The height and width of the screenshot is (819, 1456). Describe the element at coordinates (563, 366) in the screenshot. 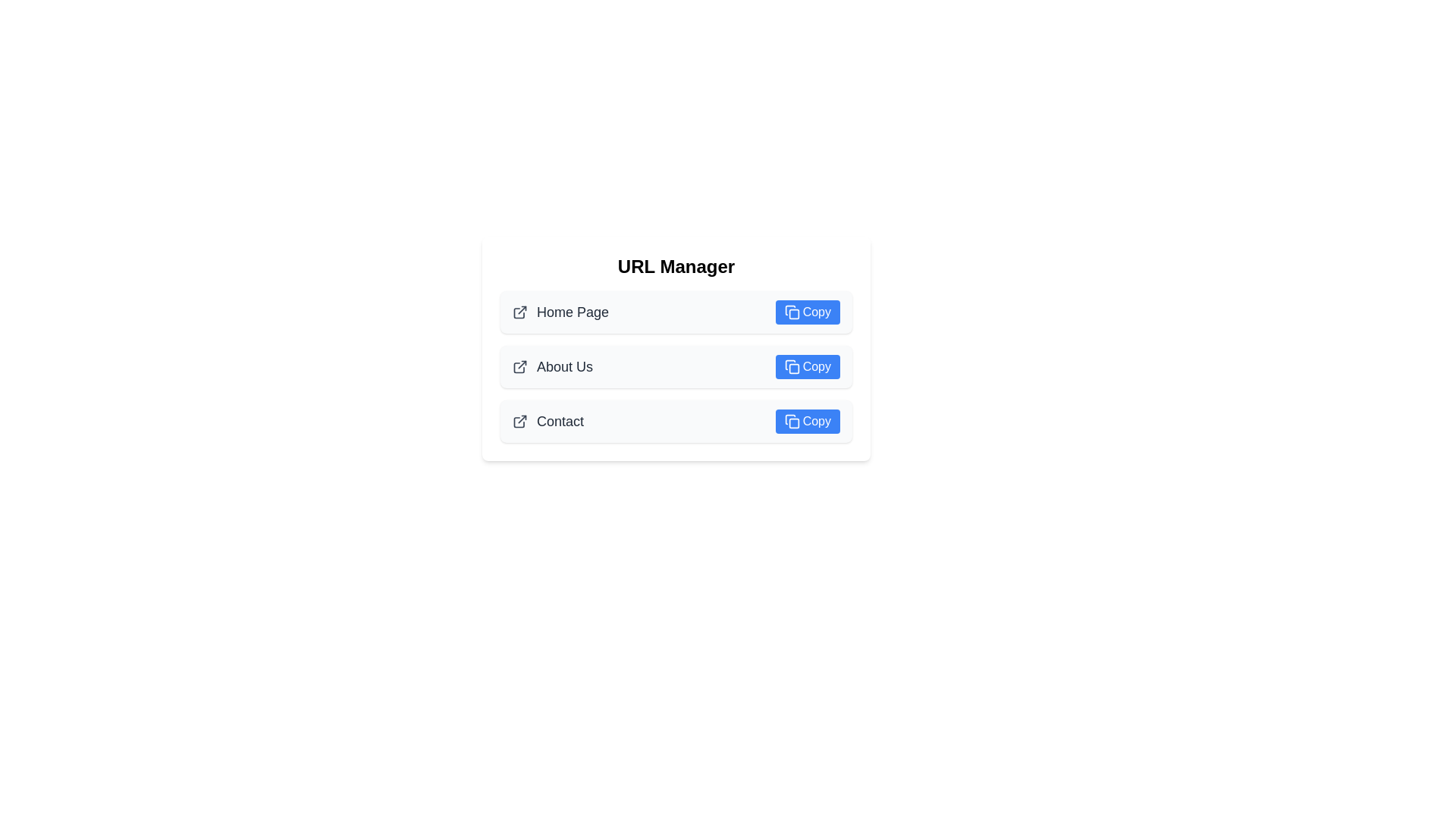

I see `text of the 'About Us' label, which is the second item in the interactive list, displayed in bold with a large font size and dark gray color` at that location.